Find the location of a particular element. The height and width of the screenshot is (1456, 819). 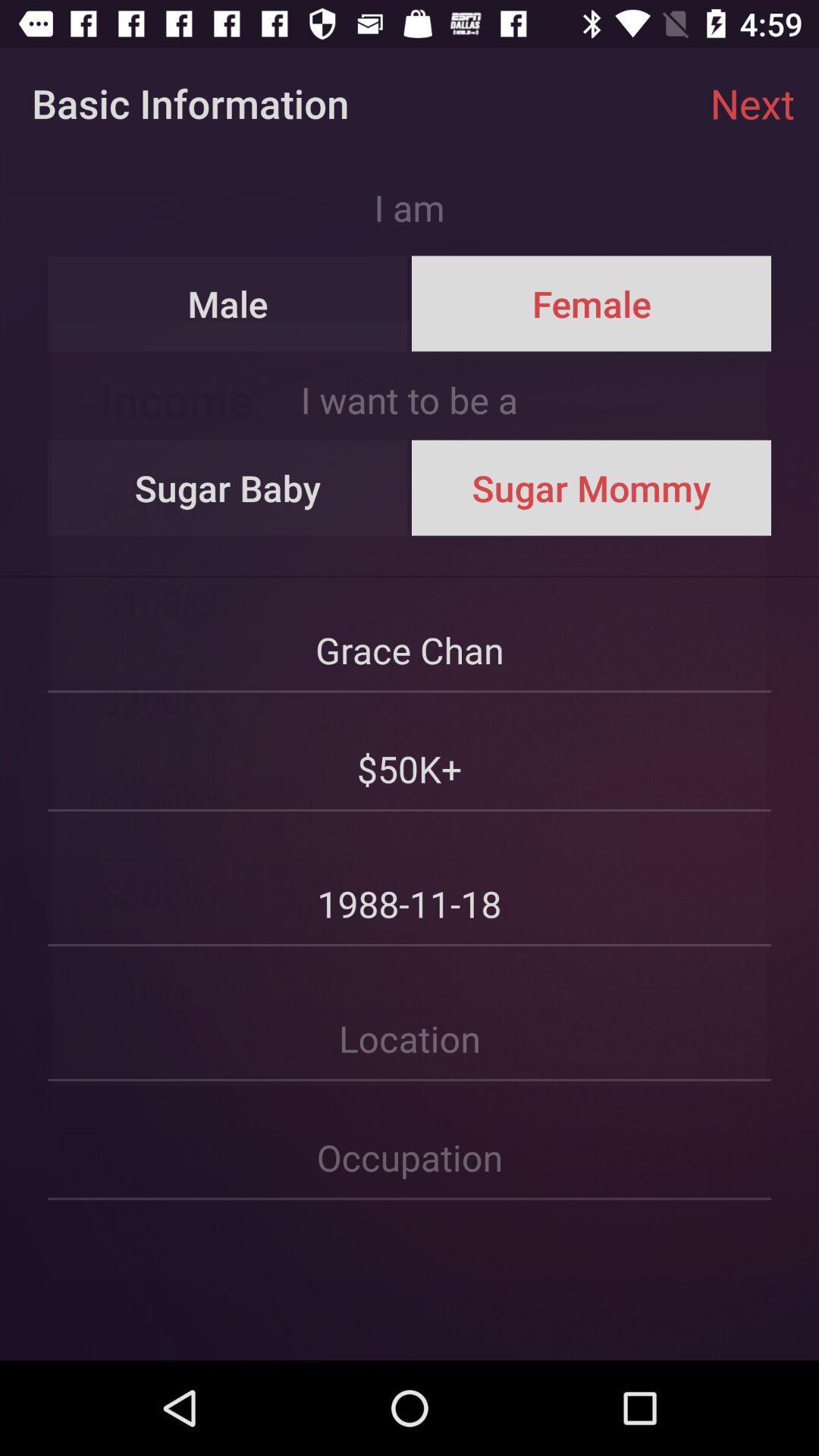

item next to the sugar mommy is located at coordinates (227, 488).